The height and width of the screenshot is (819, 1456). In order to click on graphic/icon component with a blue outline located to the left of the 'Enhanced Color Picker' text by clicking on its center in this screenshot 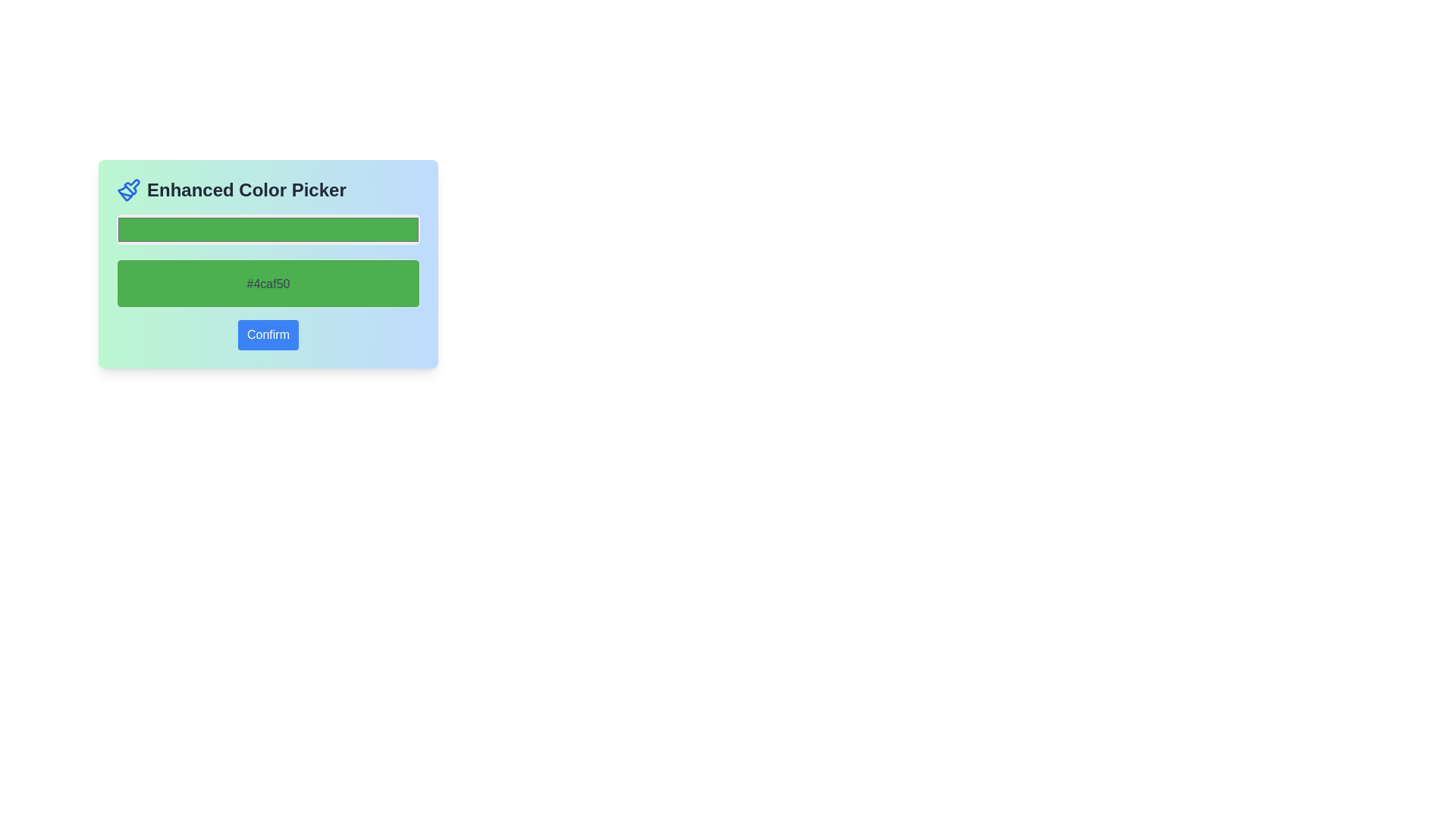, I will do `click(132, 186)`.